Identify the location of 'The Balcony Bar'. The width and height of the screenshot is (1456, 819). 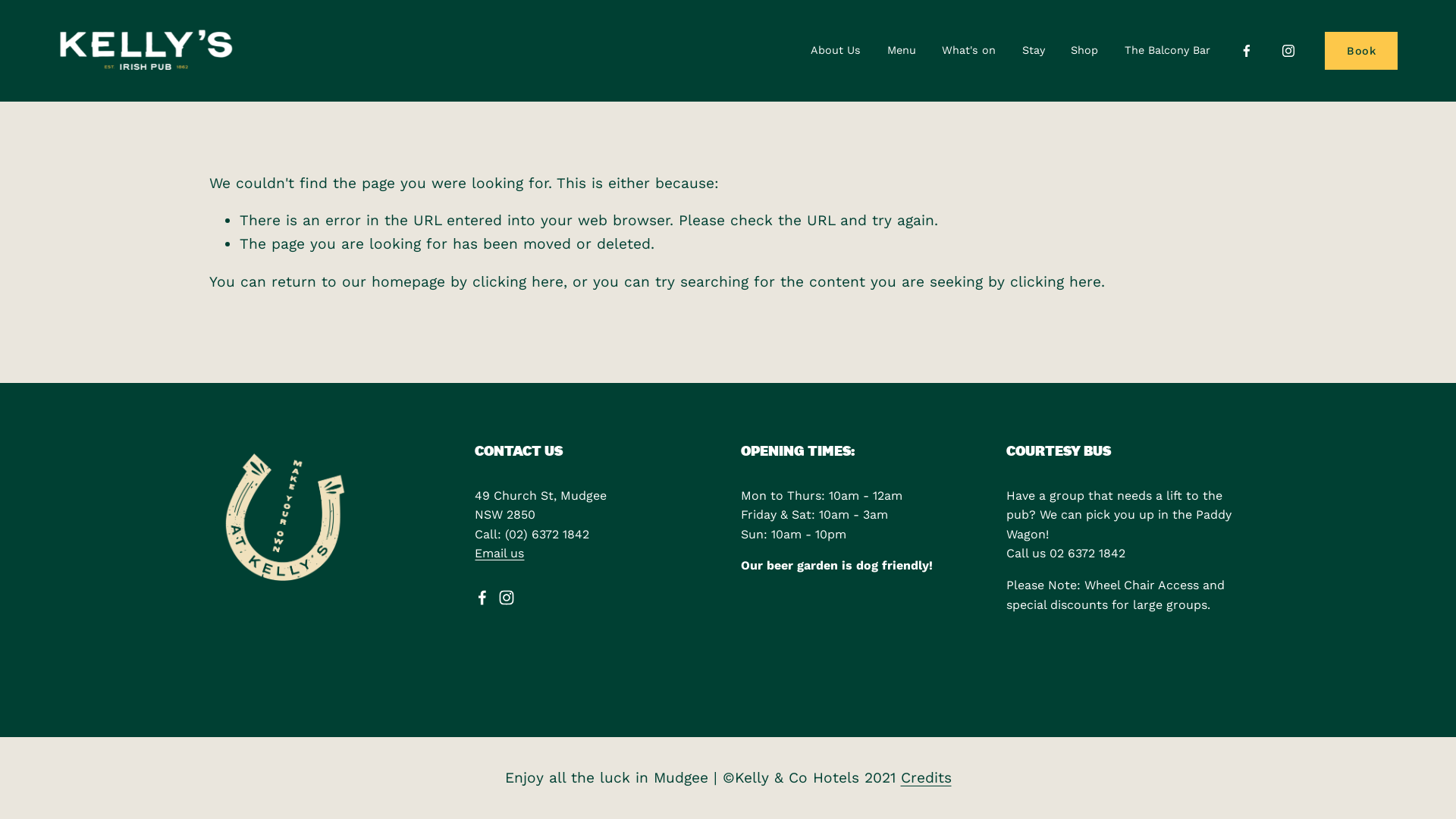
(1166, 49).